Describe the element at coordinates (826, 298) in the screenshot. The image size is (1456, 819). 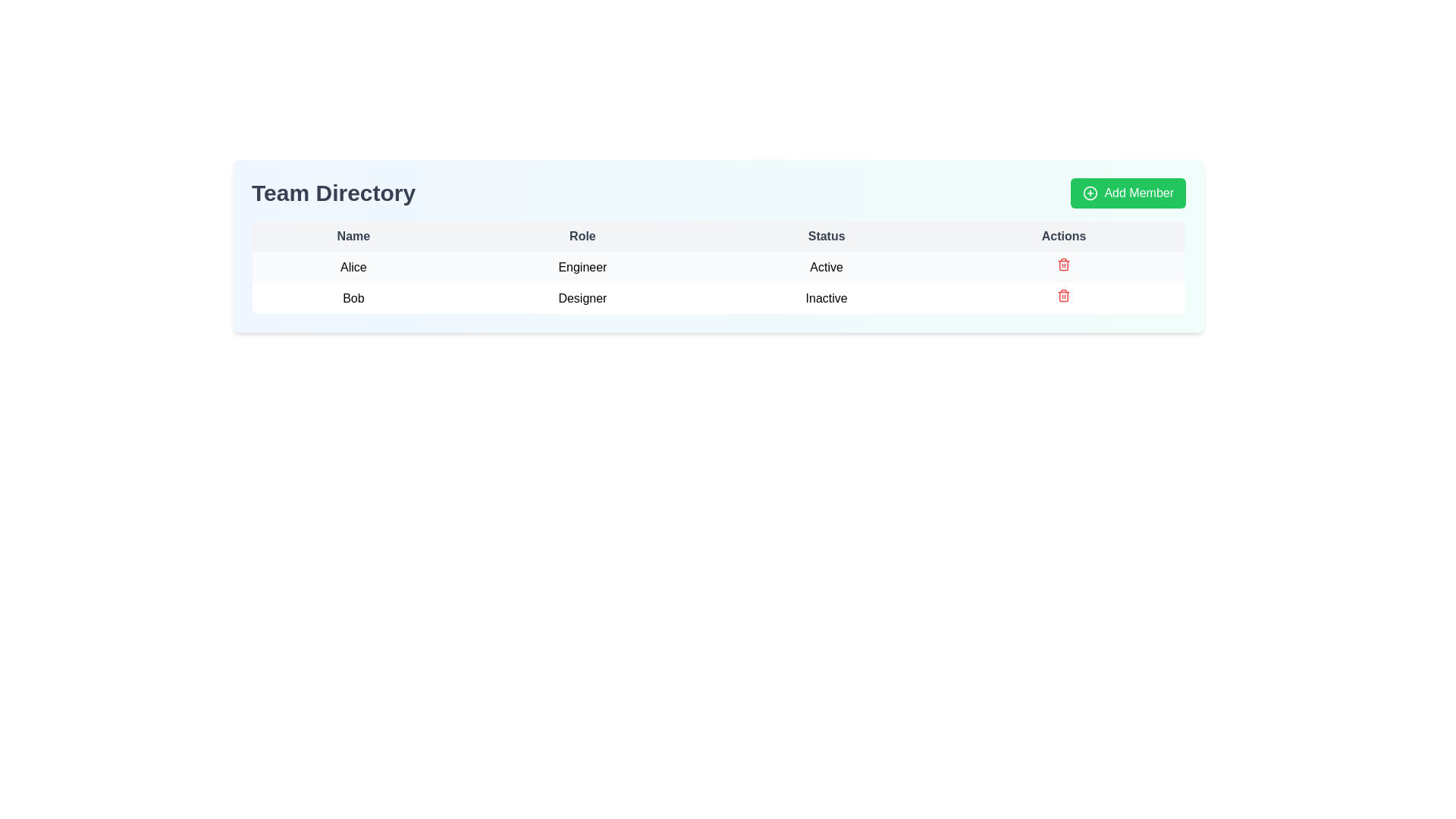
I see `the text label displaying 'Inactive' which is located in the second row and third column of the table under the 'Status' column for the row labeled 'Bob' and 'Designer'` at that location.